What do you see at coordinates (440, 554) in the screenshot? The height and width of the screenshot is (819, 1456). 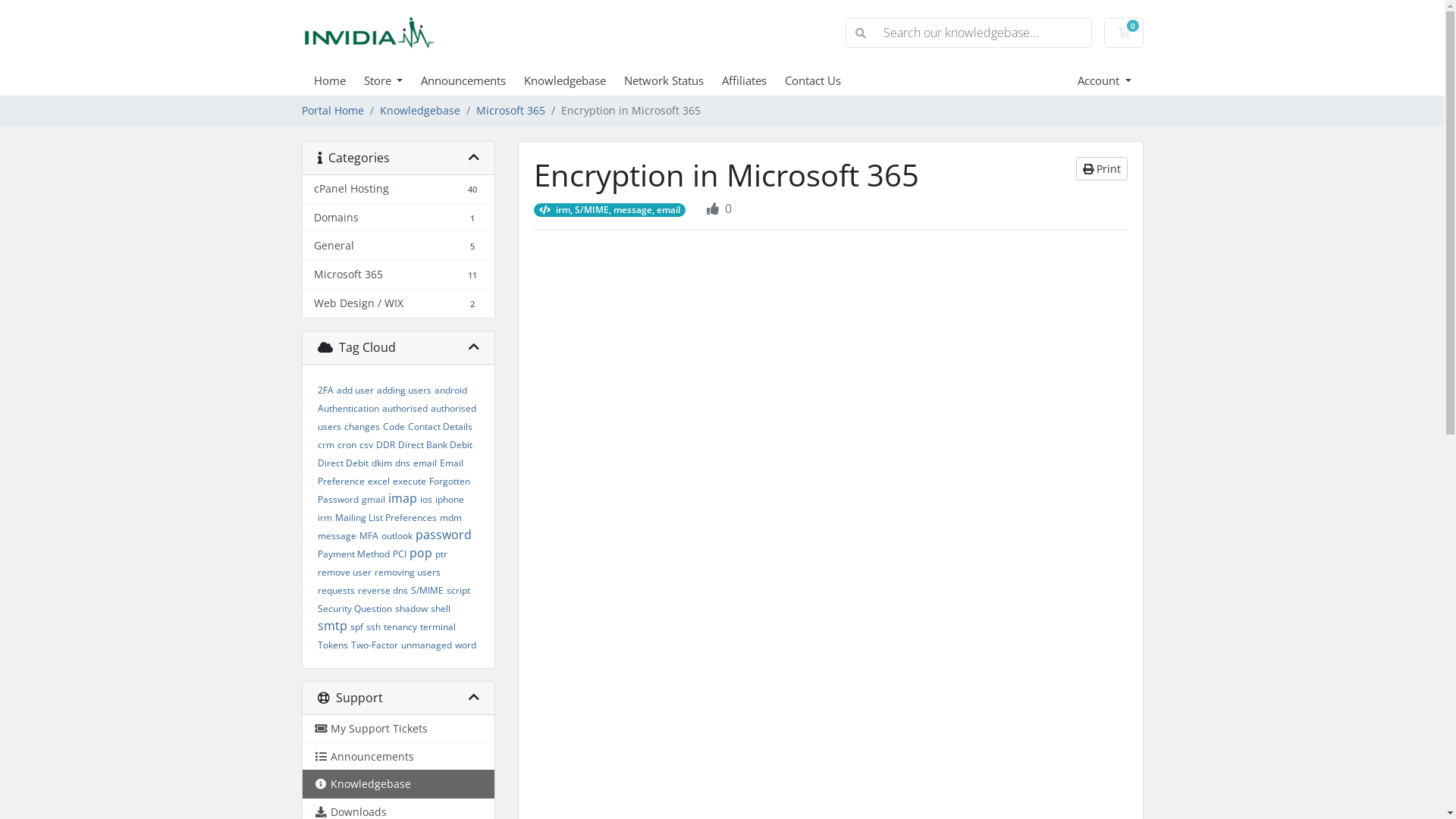 I see `'ptr'` at bounding box center [440, 554].